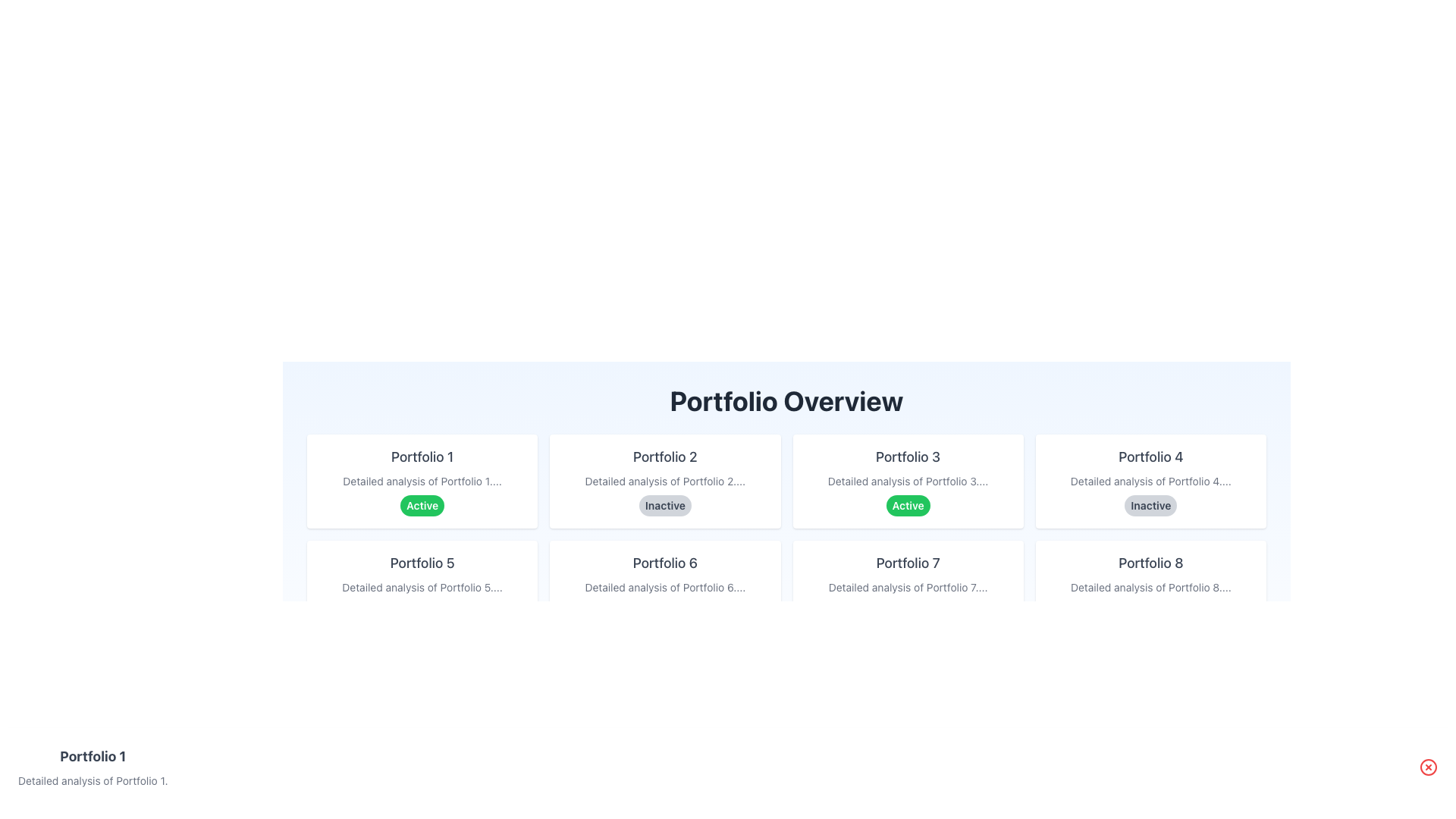 This screenshot has height=819, width=1456. I want to click on the informational Text Label providing details about 'Portfolio 7', which is located below the title and above the status indicator in the card layout, so click(908, 587).